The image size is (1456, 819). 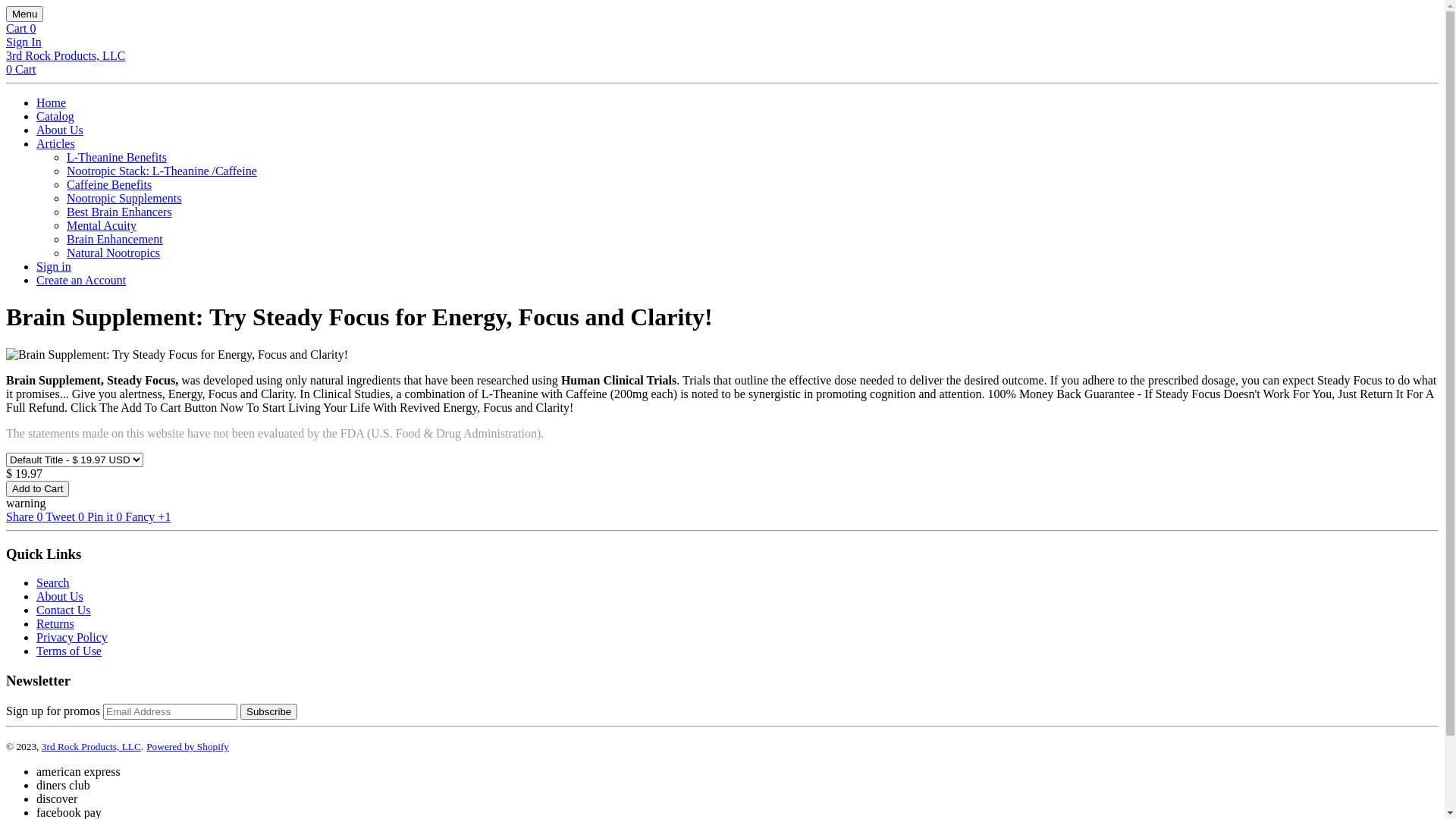 What do you see at coordinates (21, 28) in the screenshot?
I see `'Cart 0'` at bounding box center [21, 28].